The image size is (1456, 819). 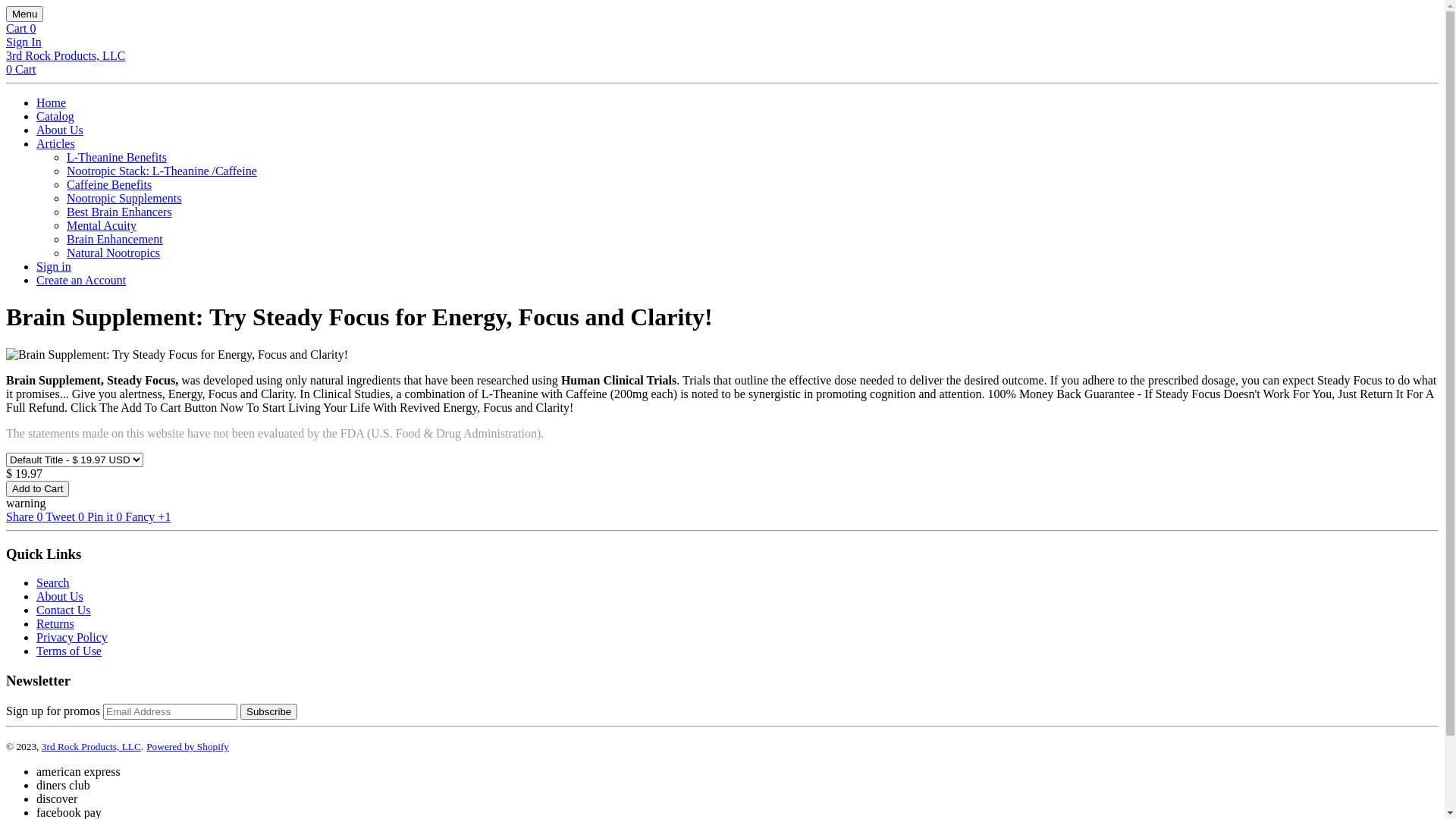 What do you see at coordinates (21, 28) in the screenshot?
I see `'Cart 0'` at bounding box center [21, 28].